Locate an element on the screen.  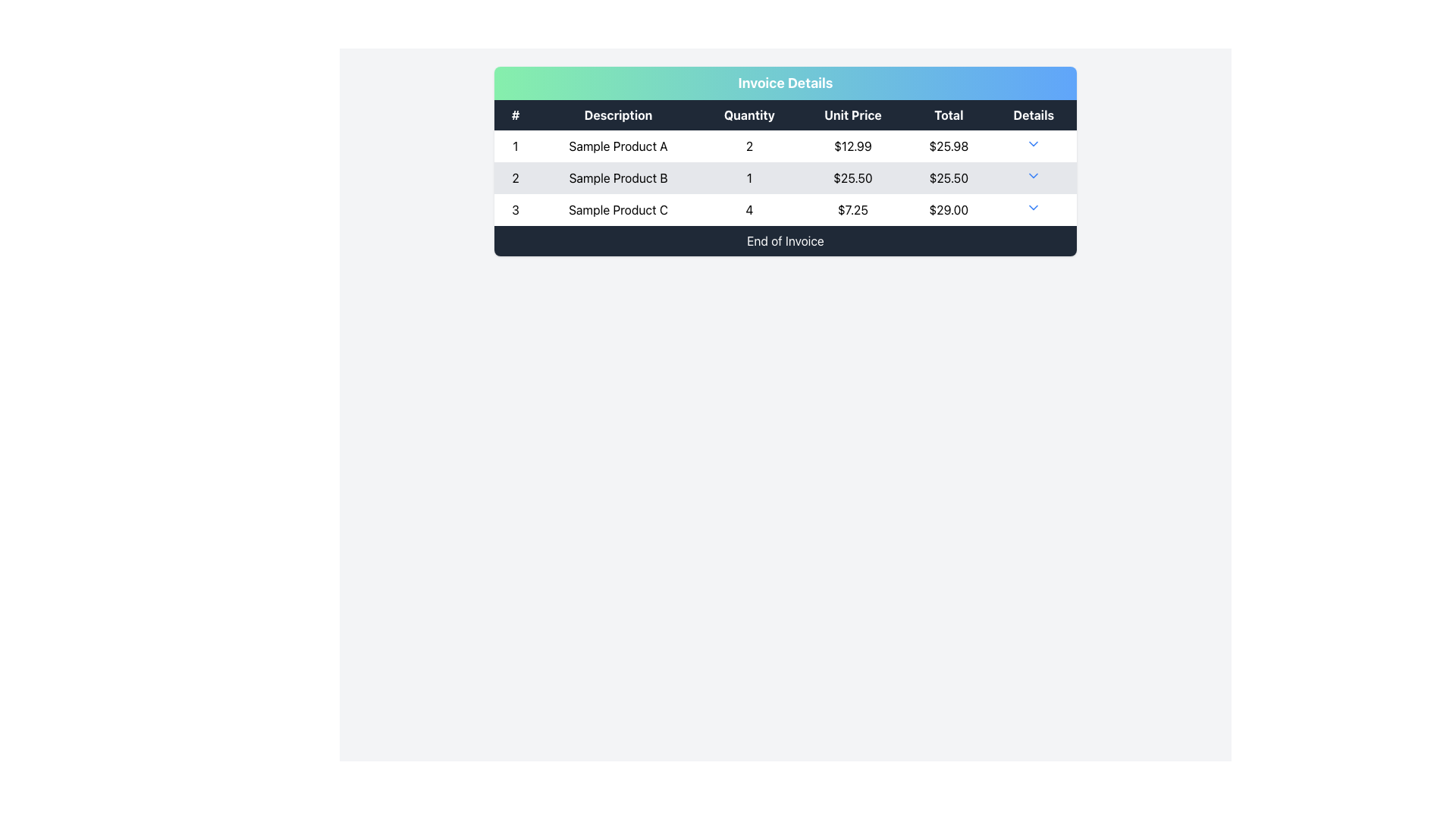
the dropdown menu in the third row of the 'Invoice Details' table is located at coordinates (786, 210).